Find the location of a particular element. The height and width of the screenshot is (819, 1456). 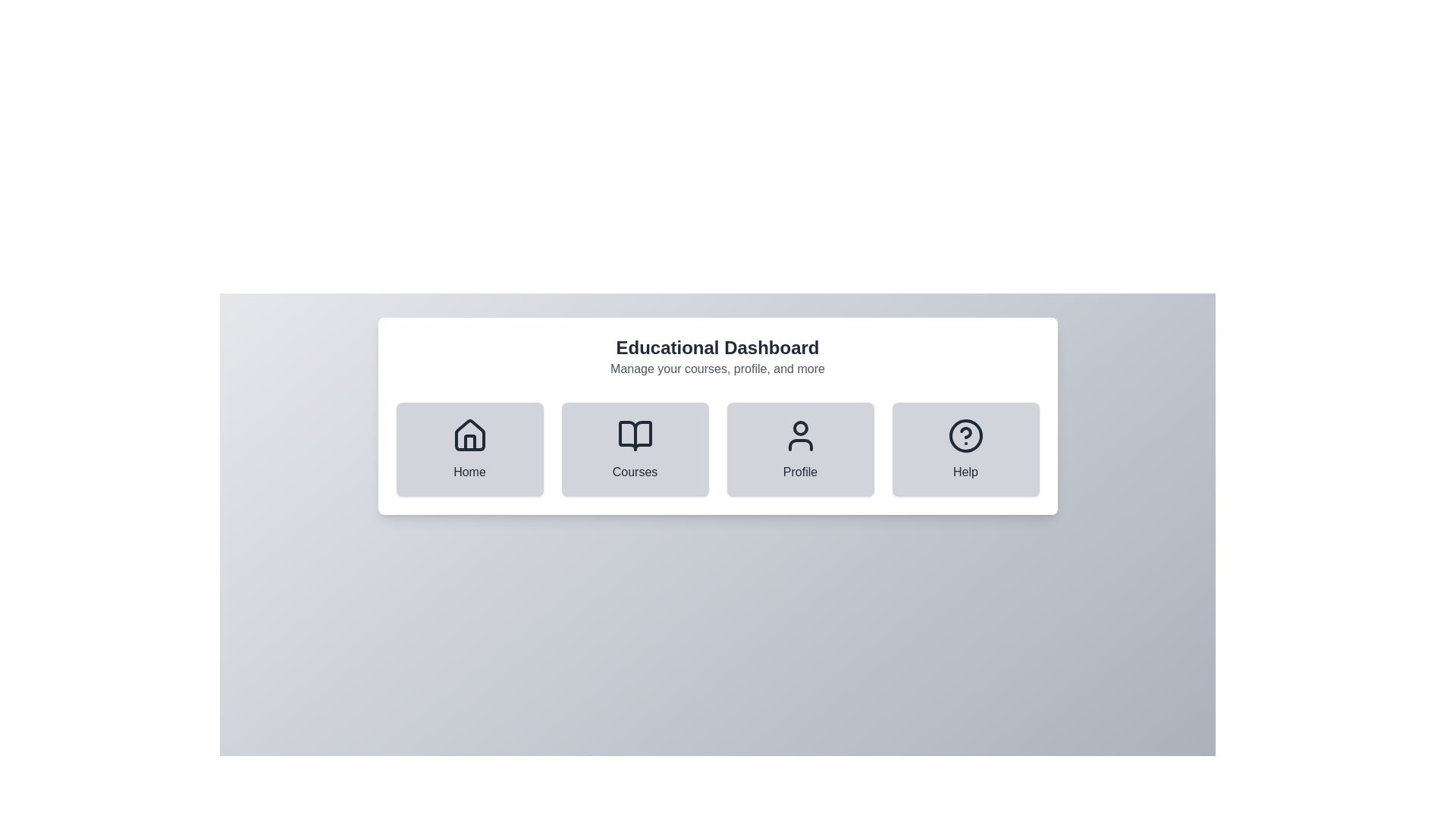

the 'Home' icon located above the label 'Home' is located at coordinates (469, 435).